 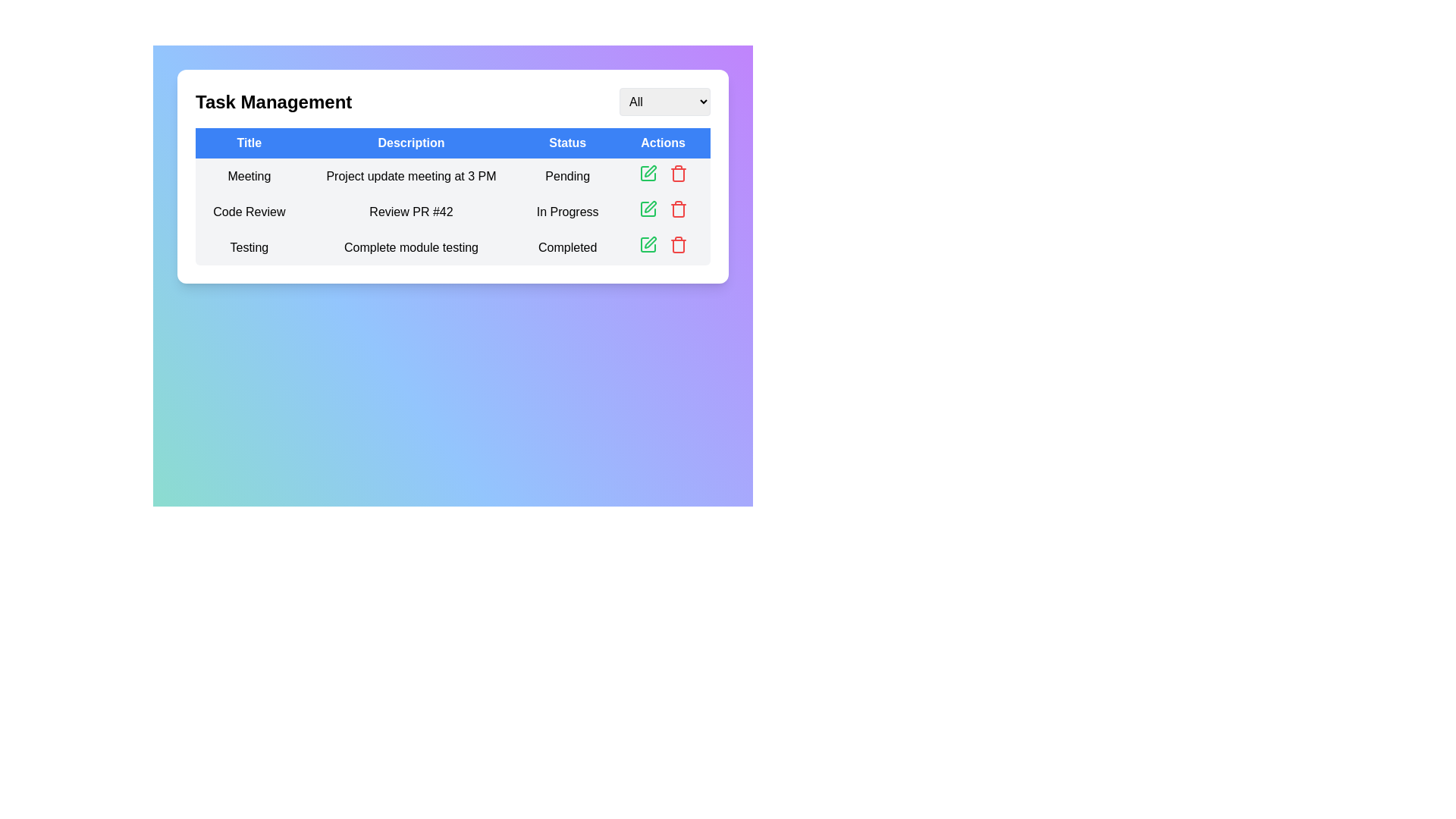 What do you see at coordinates (411, 212) in the screenshot?
I see `the text label that describes the task of reviewing pull request #42, located in the second row under the 'Description' column of the 'Task Management' panel` at bounding box center [411, 212].